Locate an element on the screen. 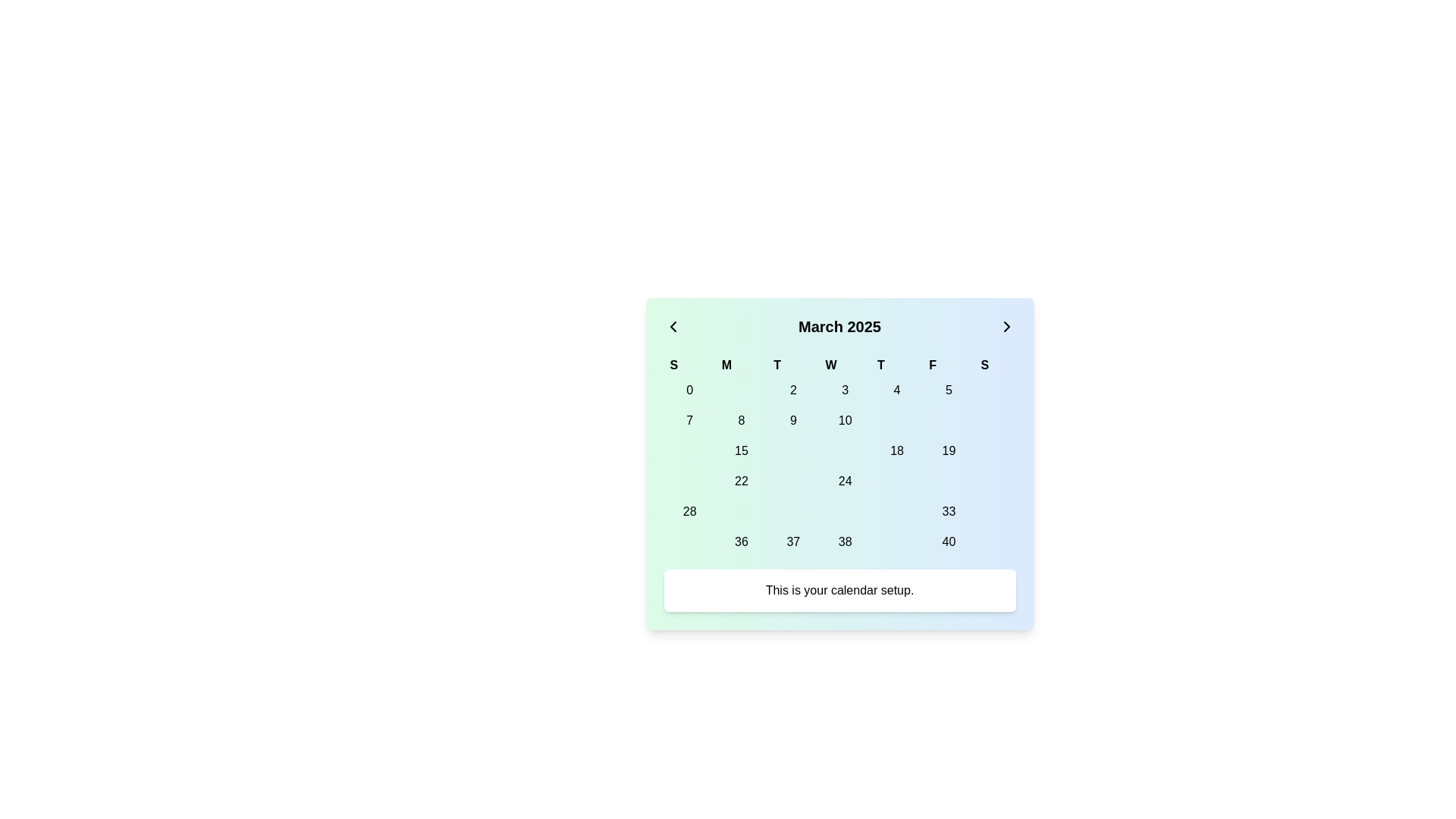 The width and height of the screenshot is (1456, 819). the static text display representing the dates 7th to 10th in the second row of the calendar grid layout is located at coordinates (839, 421).